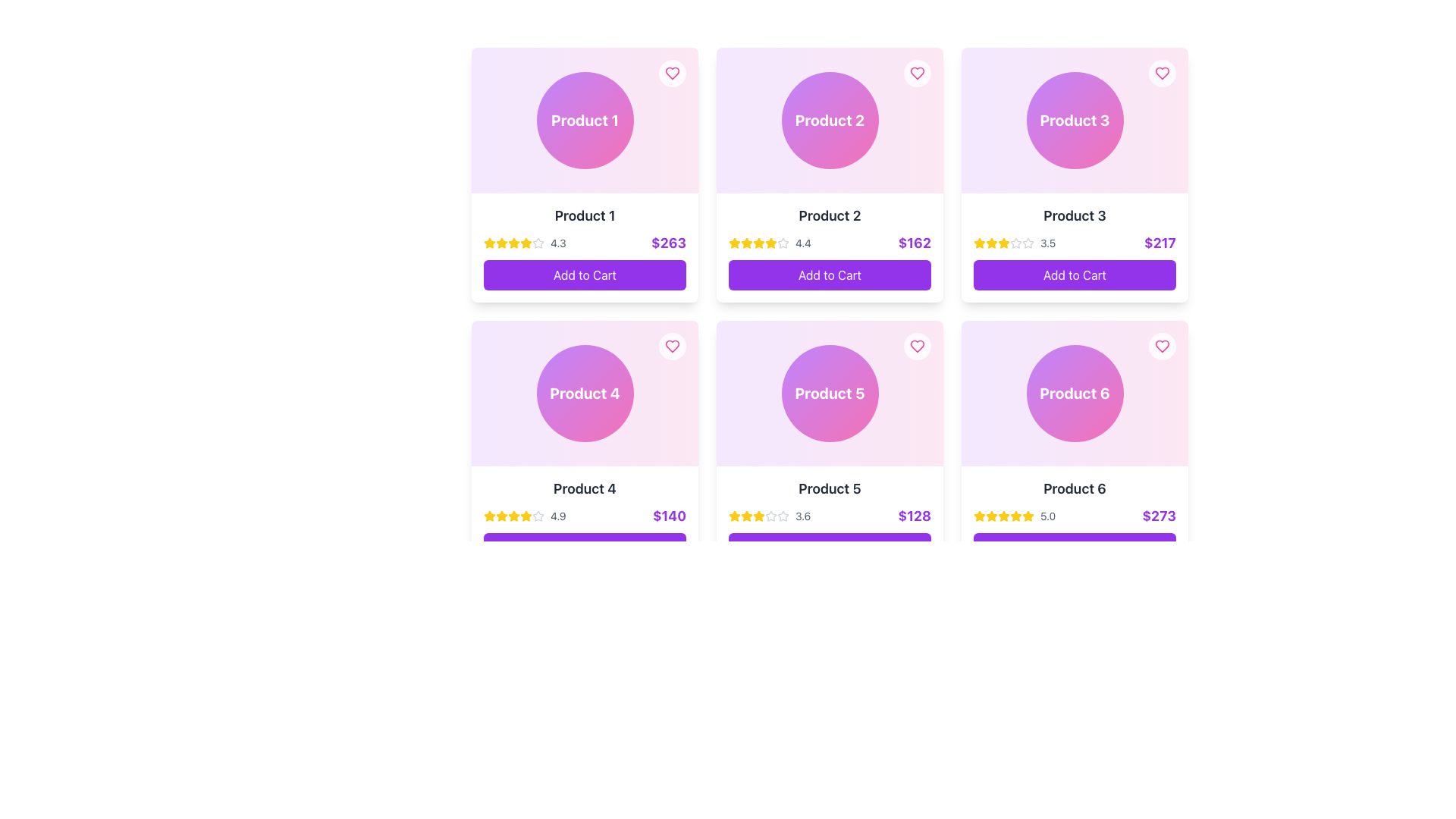  What do you see at coordinates (783, 242) in the screenshot?
I see `the fourth rating star icon representing the rating for Product 2` at bounding box center [783, 242].